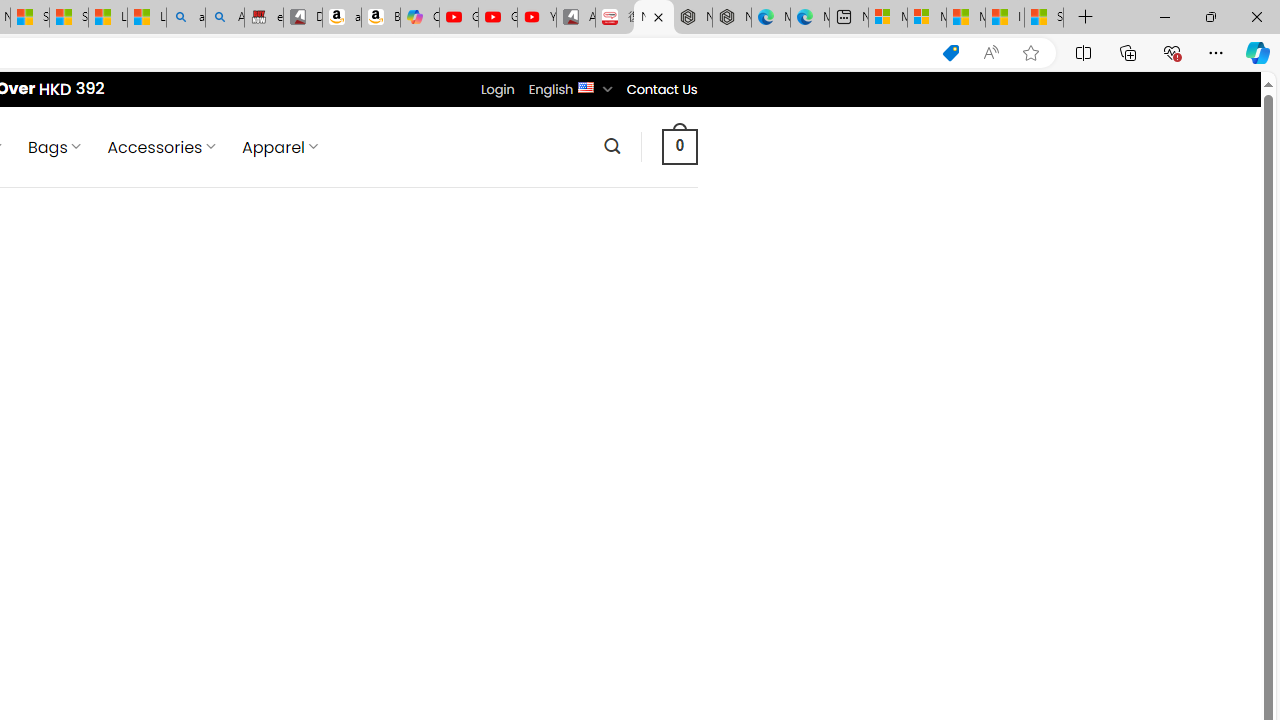  I want to click on 'Amazon Echo Dot PNG - Search Images', so click(225, 17).